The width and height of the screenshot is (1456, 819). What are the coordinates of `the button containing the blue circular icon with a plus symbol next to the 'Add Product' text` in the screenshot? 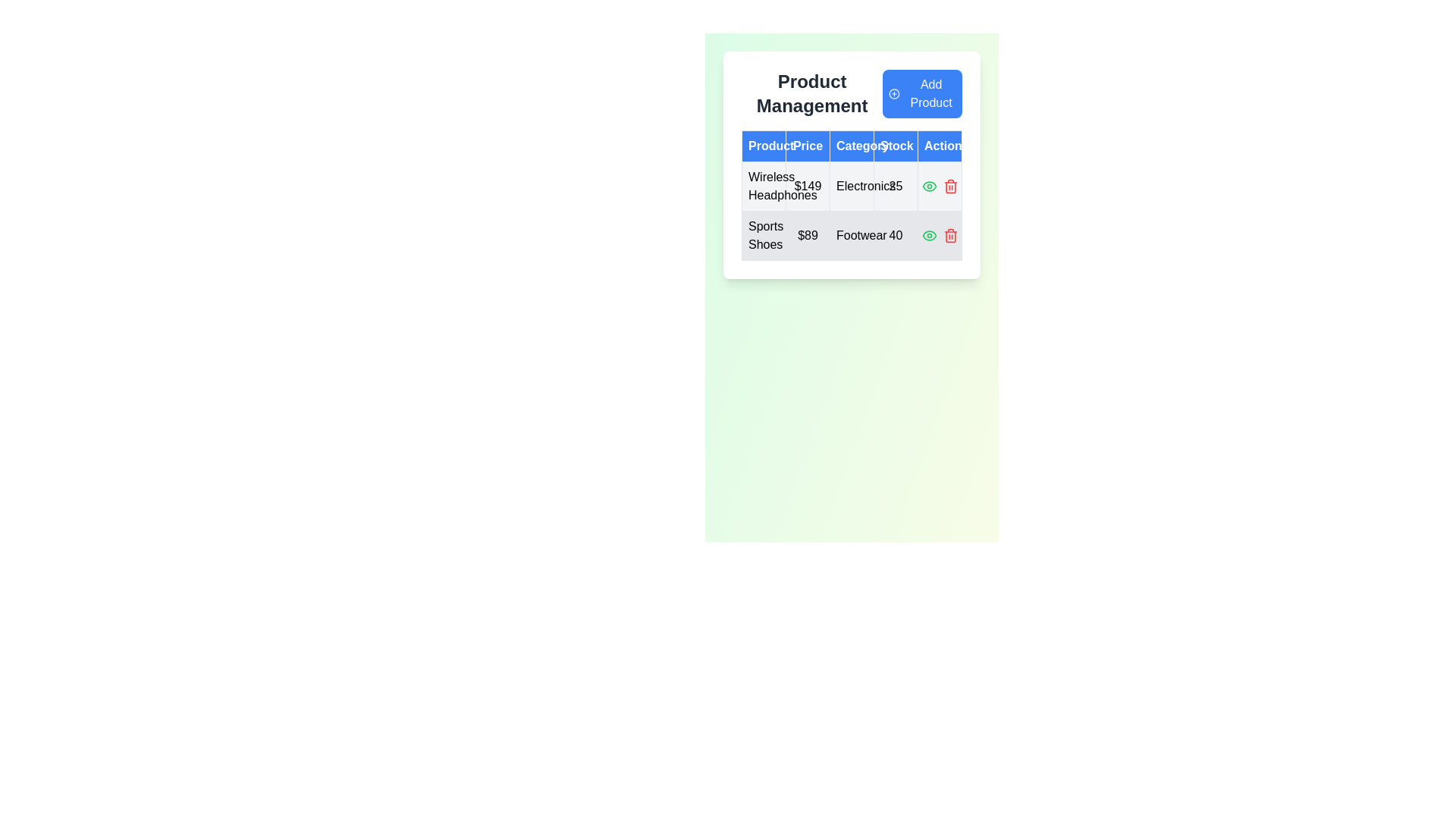 It's located at (894, 93).